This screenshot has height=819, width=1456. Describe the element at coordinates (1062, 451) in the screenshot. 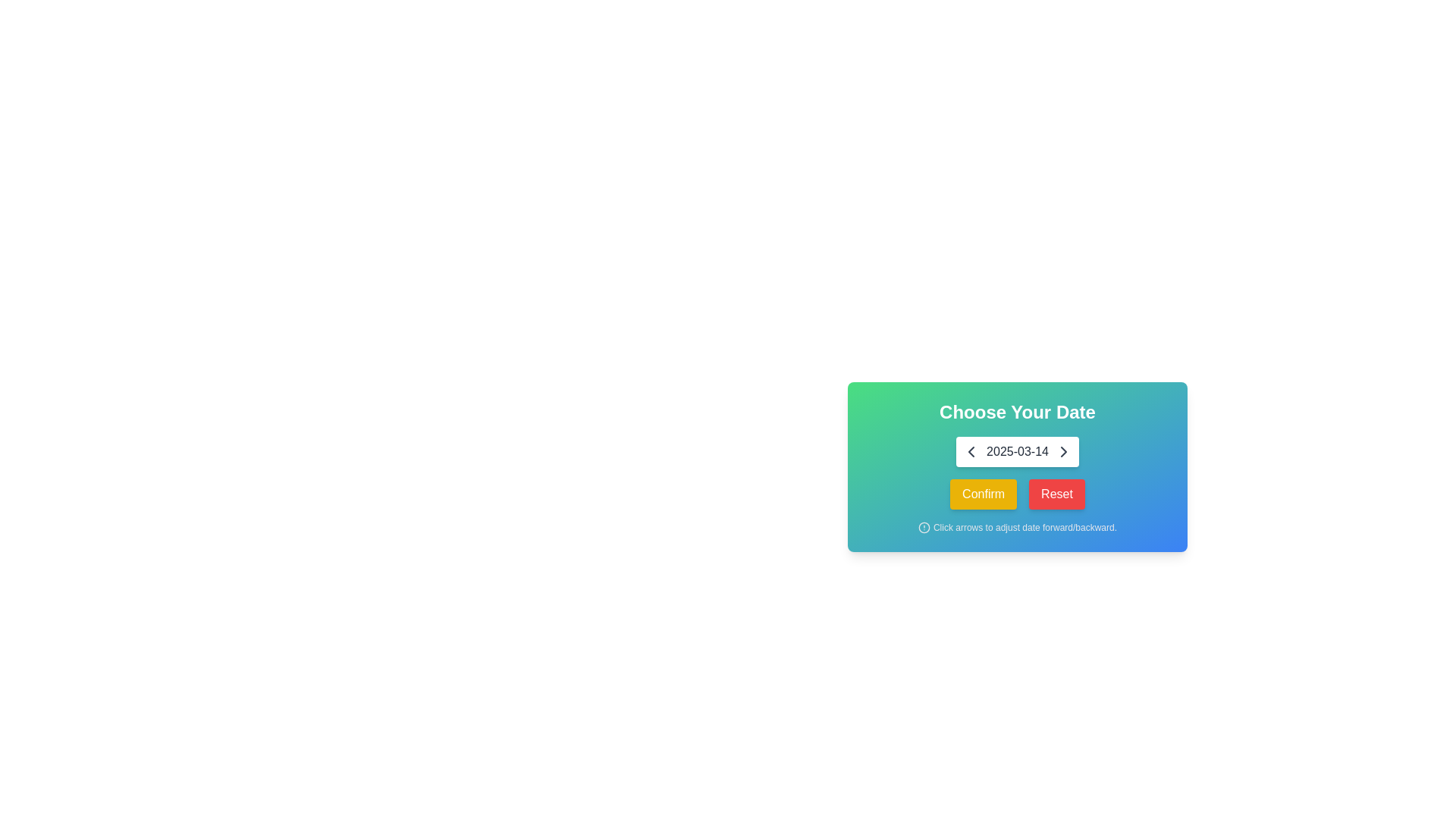

I see `the navigation button for advancing the date, which is located to the right of the date display showing '2025-03-14'` at that location.